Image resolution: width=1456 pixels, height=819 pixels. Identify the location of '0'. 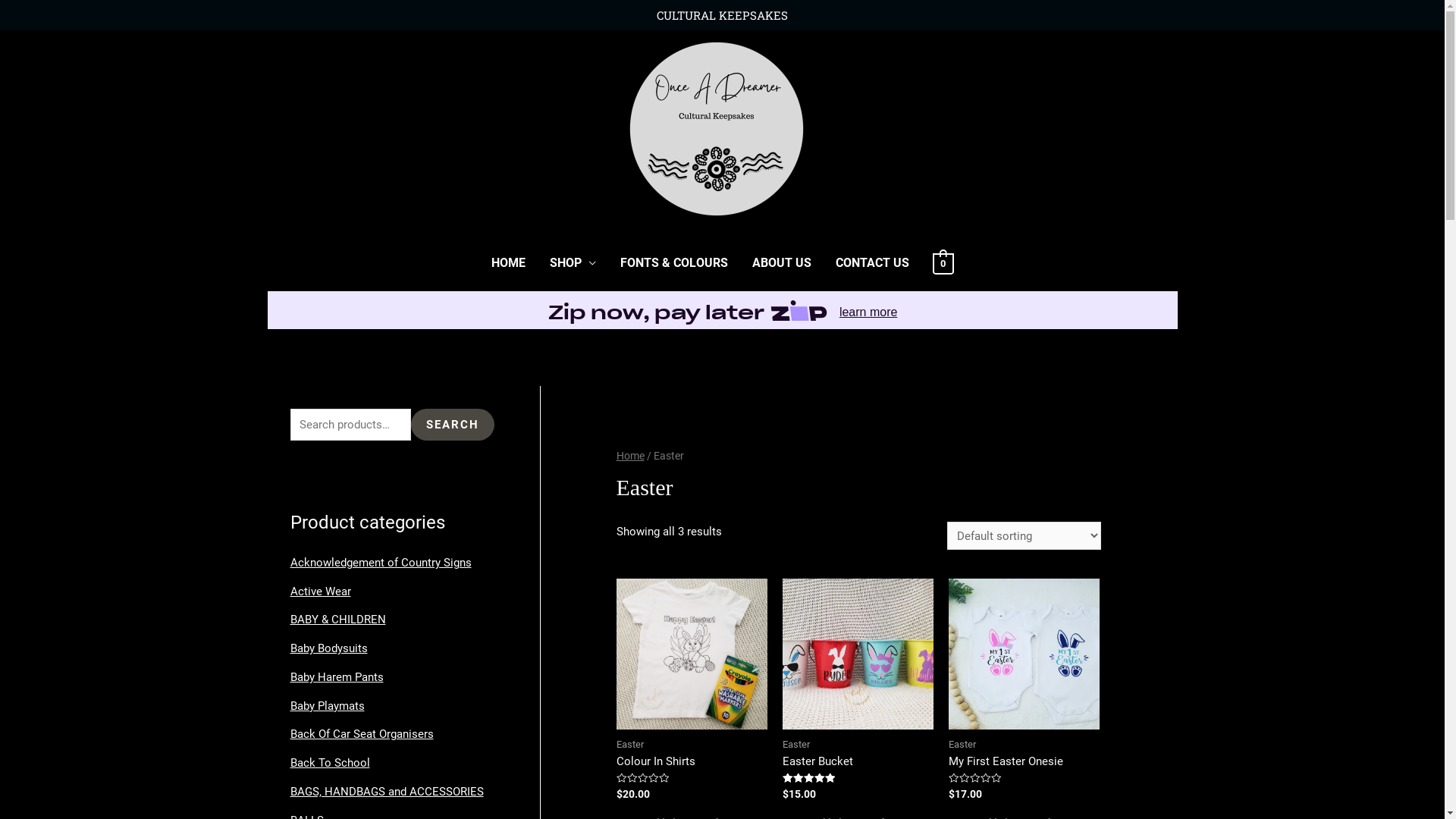
(942, 262).